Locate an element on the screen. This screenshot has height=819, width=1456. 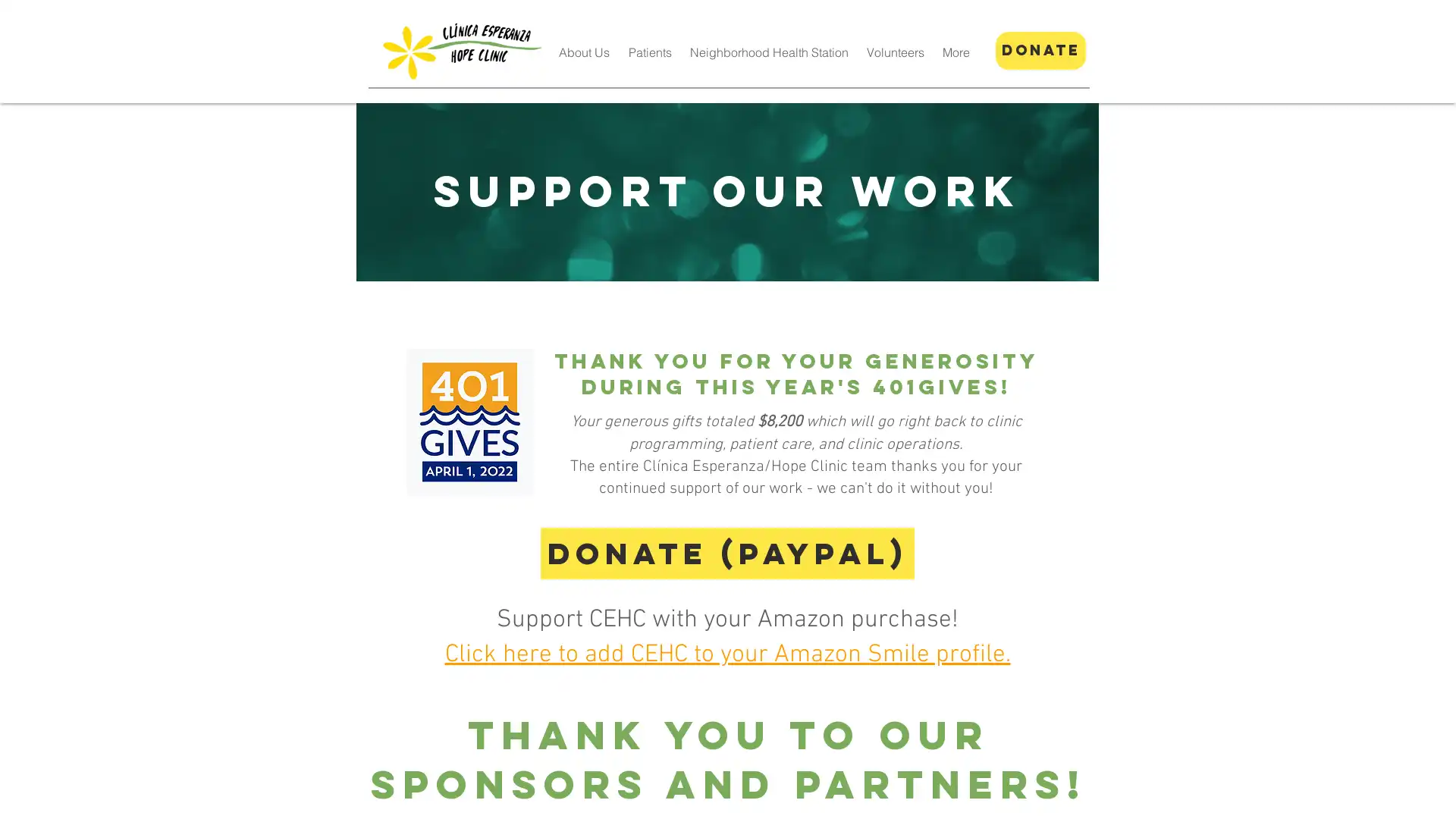
Close is located at coordinates (1437, 794).